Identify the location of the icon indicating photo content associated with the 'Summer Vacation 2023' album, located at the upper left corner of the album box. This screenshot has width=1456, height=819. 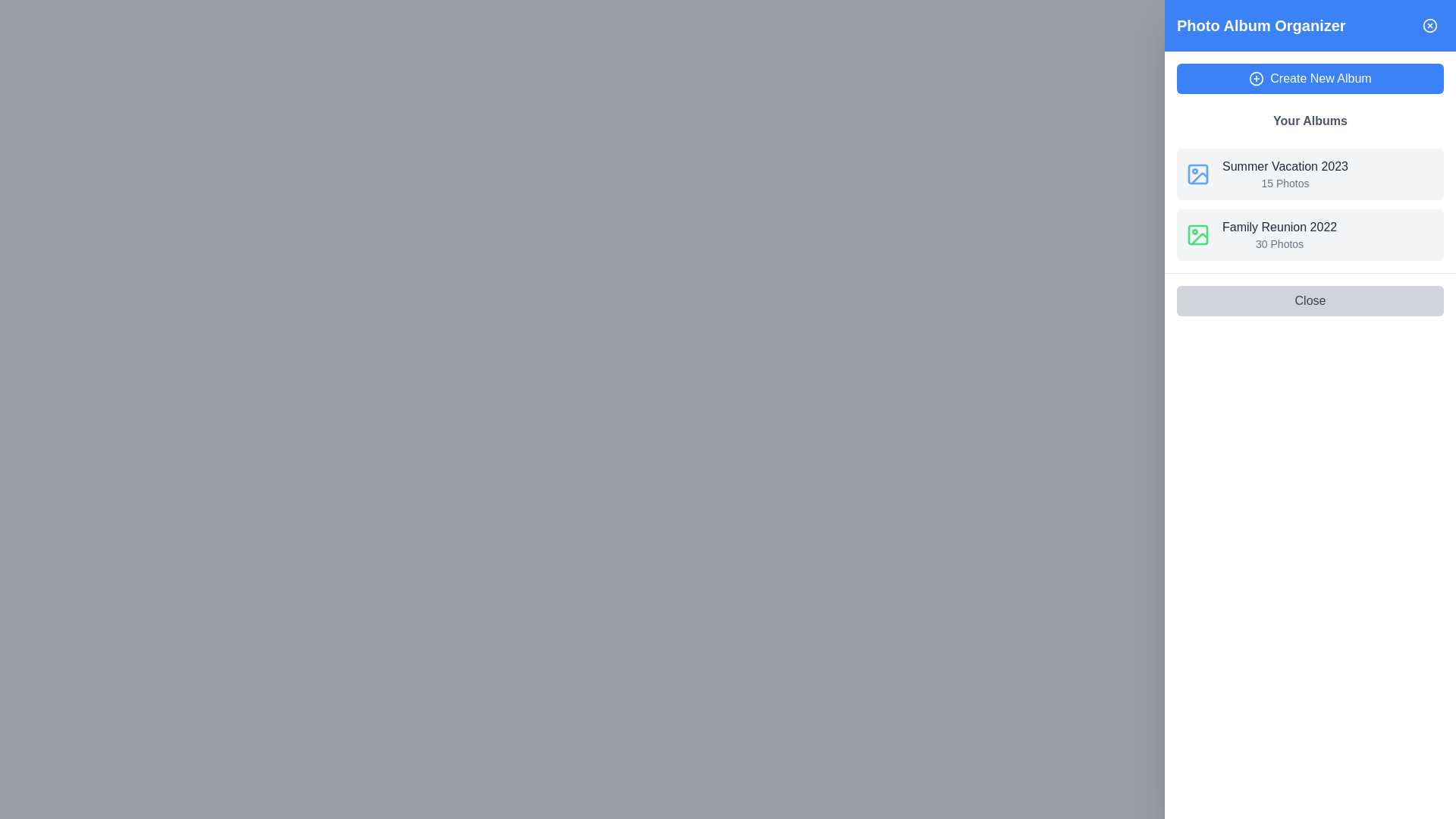
(1197, 174).